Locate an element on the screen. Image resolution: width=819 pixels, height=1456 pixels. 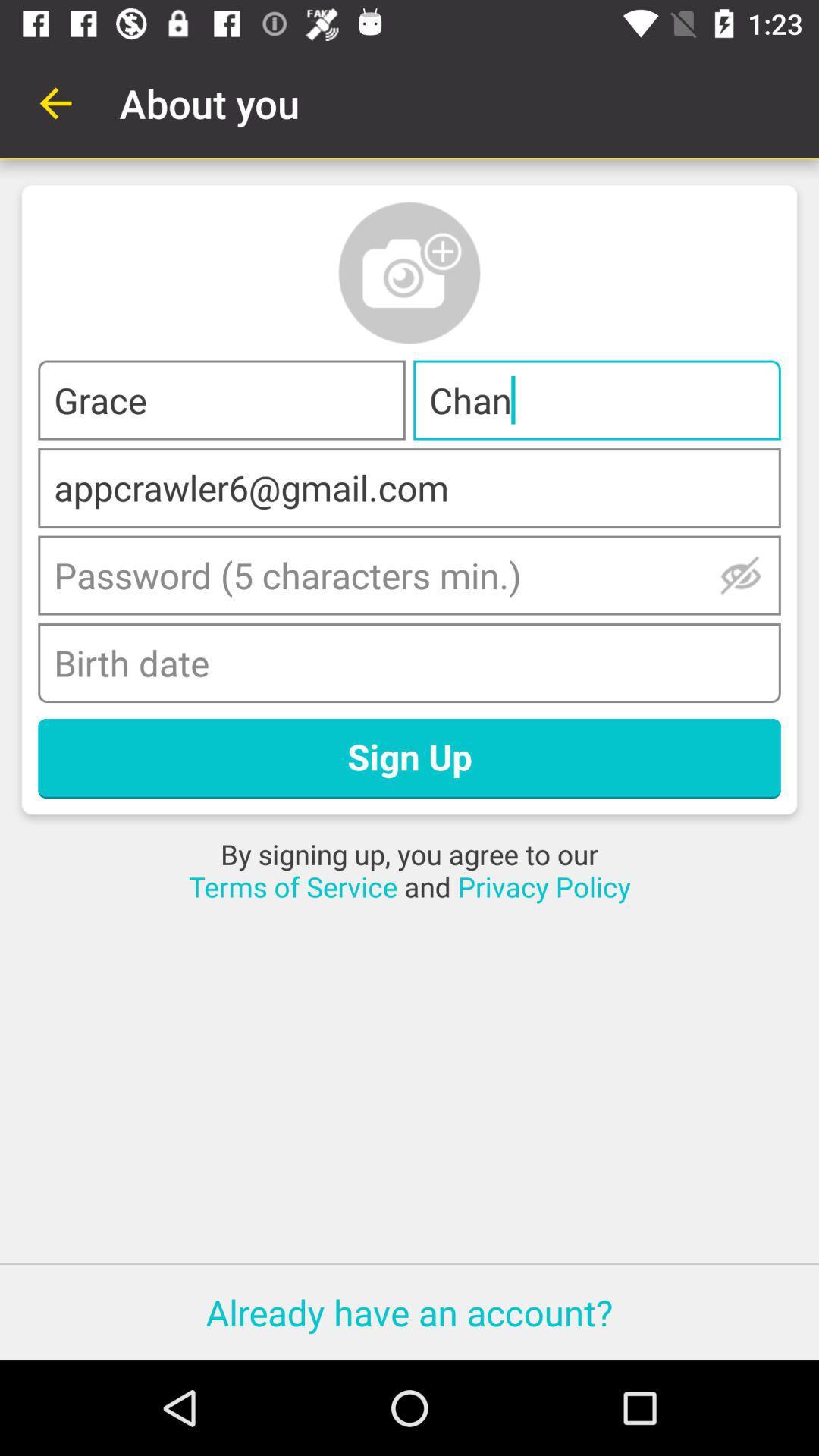
the photo icon is located at coordinates (409, 273).